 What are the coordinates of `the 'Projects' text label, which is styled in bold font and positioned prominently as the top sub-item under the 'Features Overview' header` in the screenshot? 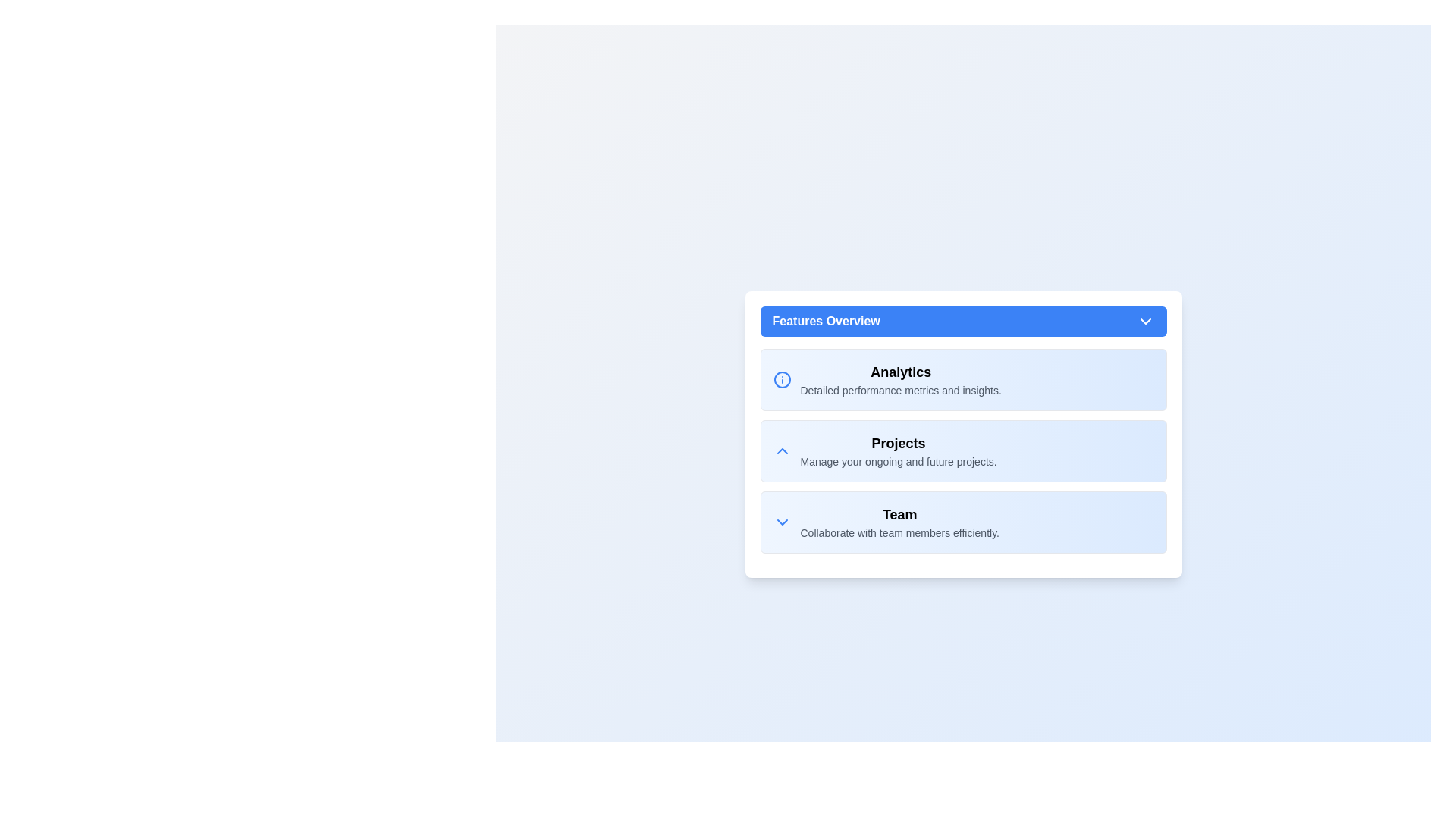 It's located at (899, 444).